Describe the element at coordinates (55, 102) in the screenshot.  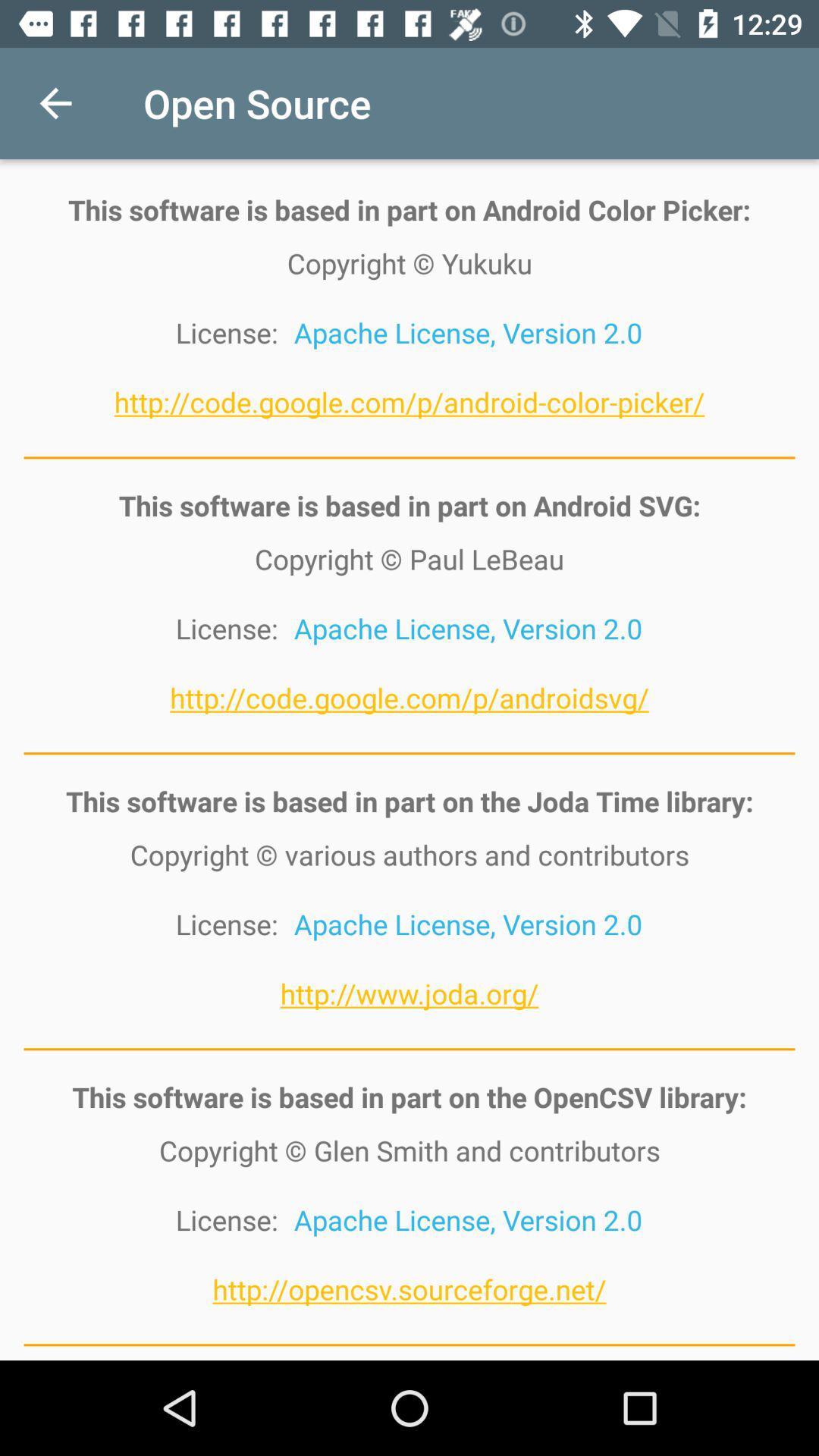
I see `the item to the left of the open source icon` at that location.